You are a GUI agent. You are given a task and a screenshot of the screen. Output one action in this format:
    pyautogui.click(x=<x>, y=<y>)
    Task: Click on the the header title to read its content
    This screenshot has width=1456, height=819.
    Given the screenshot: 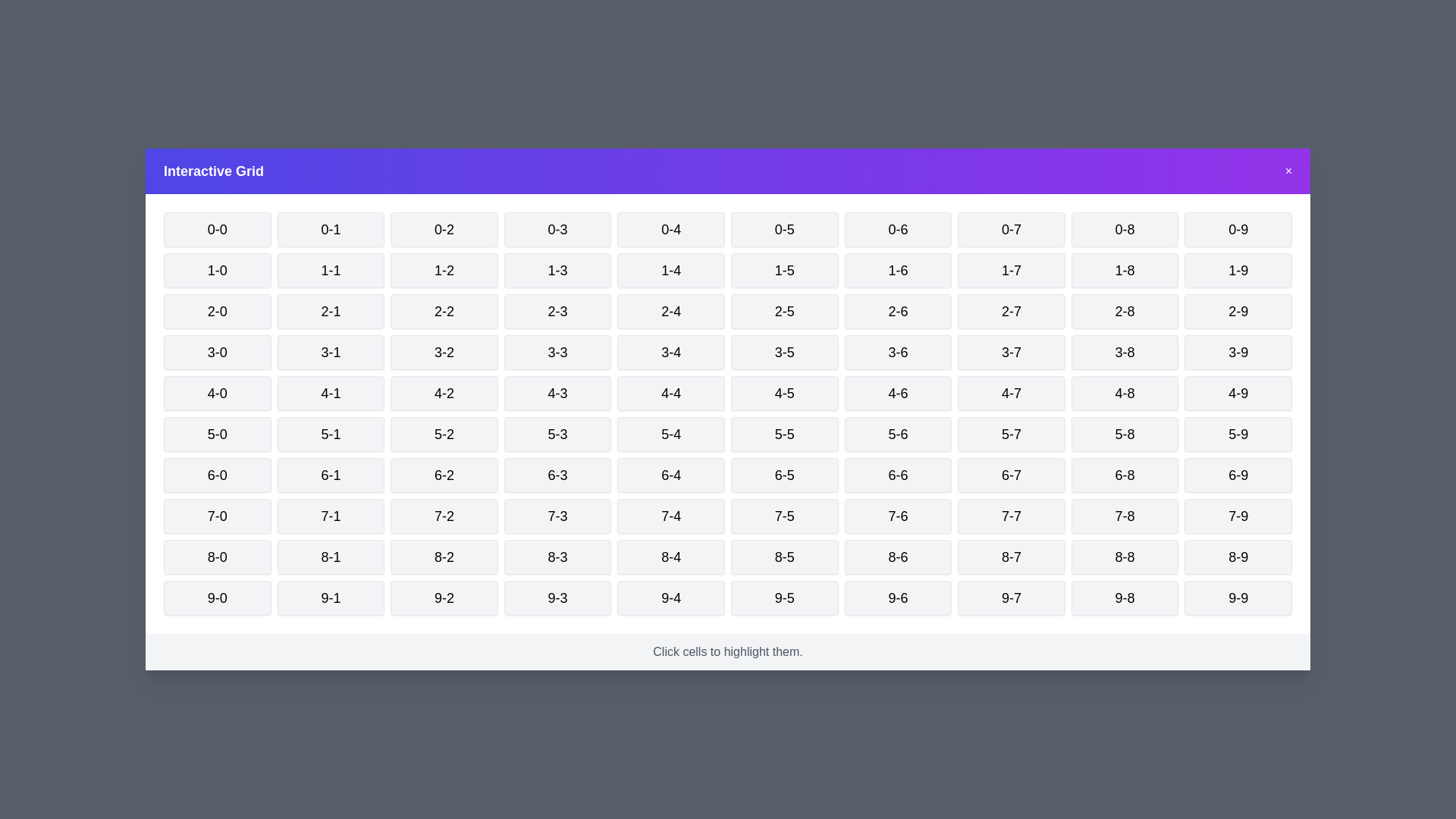 What is the action you would take?
    pyautogui.click(x=213, y=171)
    